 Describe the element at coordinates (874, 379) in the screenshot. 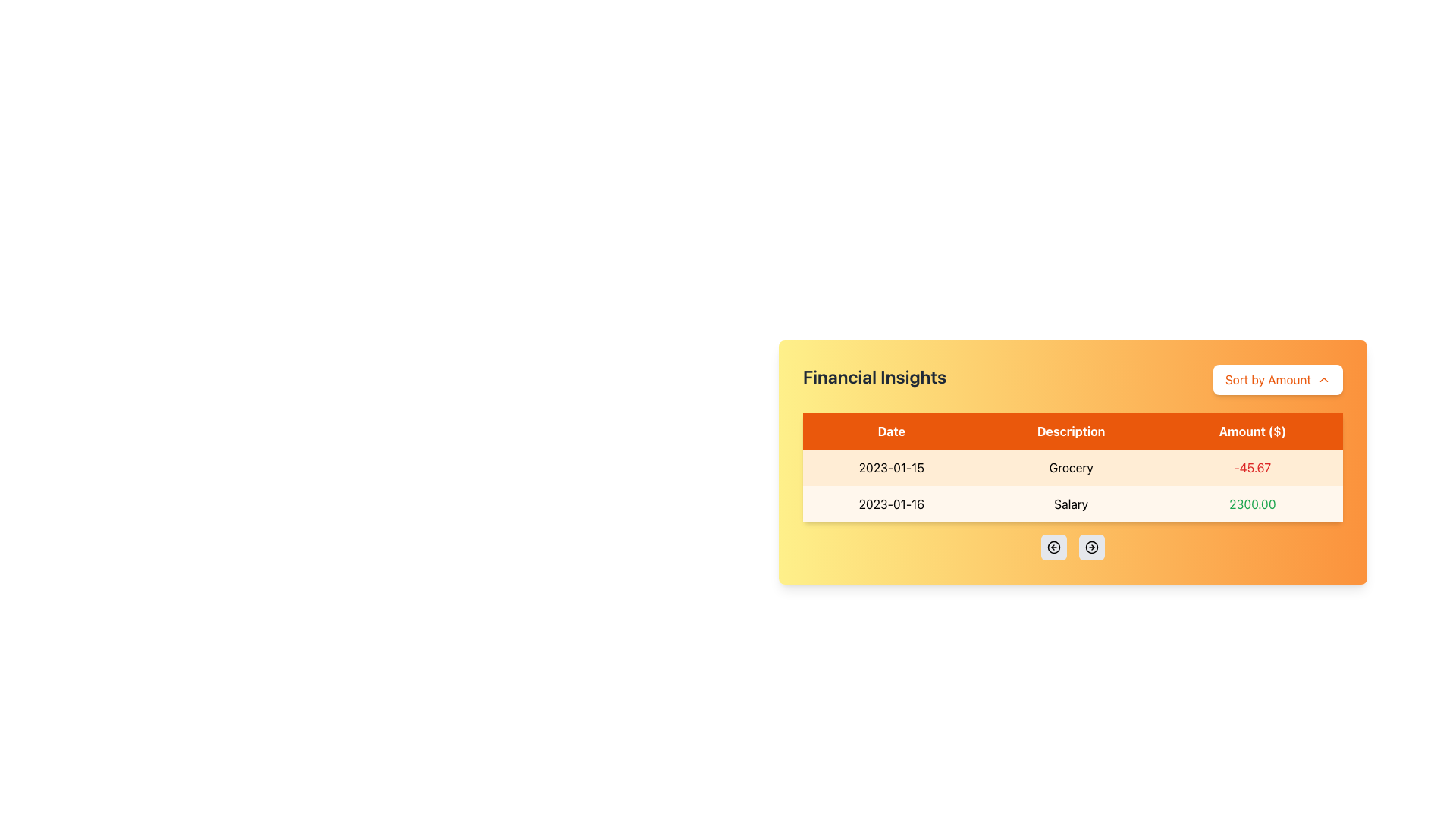

I see `the 'Financial Insights' text label, which is styled with a bold, extra-large font in dark gray on a gradient yellow-to-orange background, located at the beginning of the header section` at that location.